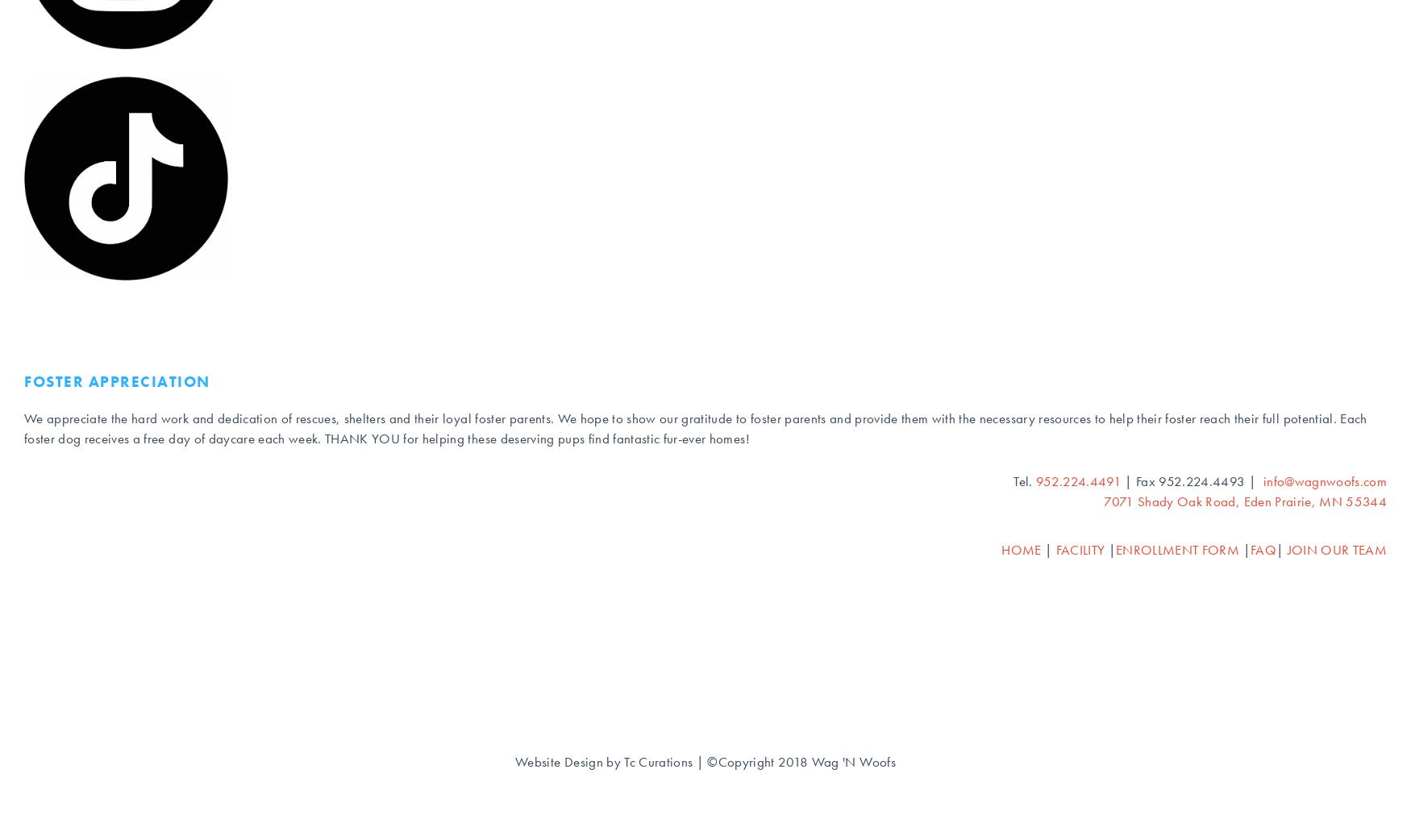 The height and width of the screenshot is (840, 1411). What do you see at coordinates (1078, 480) in the screenshot?
I see `'952.224.4491'` at bounding box center [1078, 480].